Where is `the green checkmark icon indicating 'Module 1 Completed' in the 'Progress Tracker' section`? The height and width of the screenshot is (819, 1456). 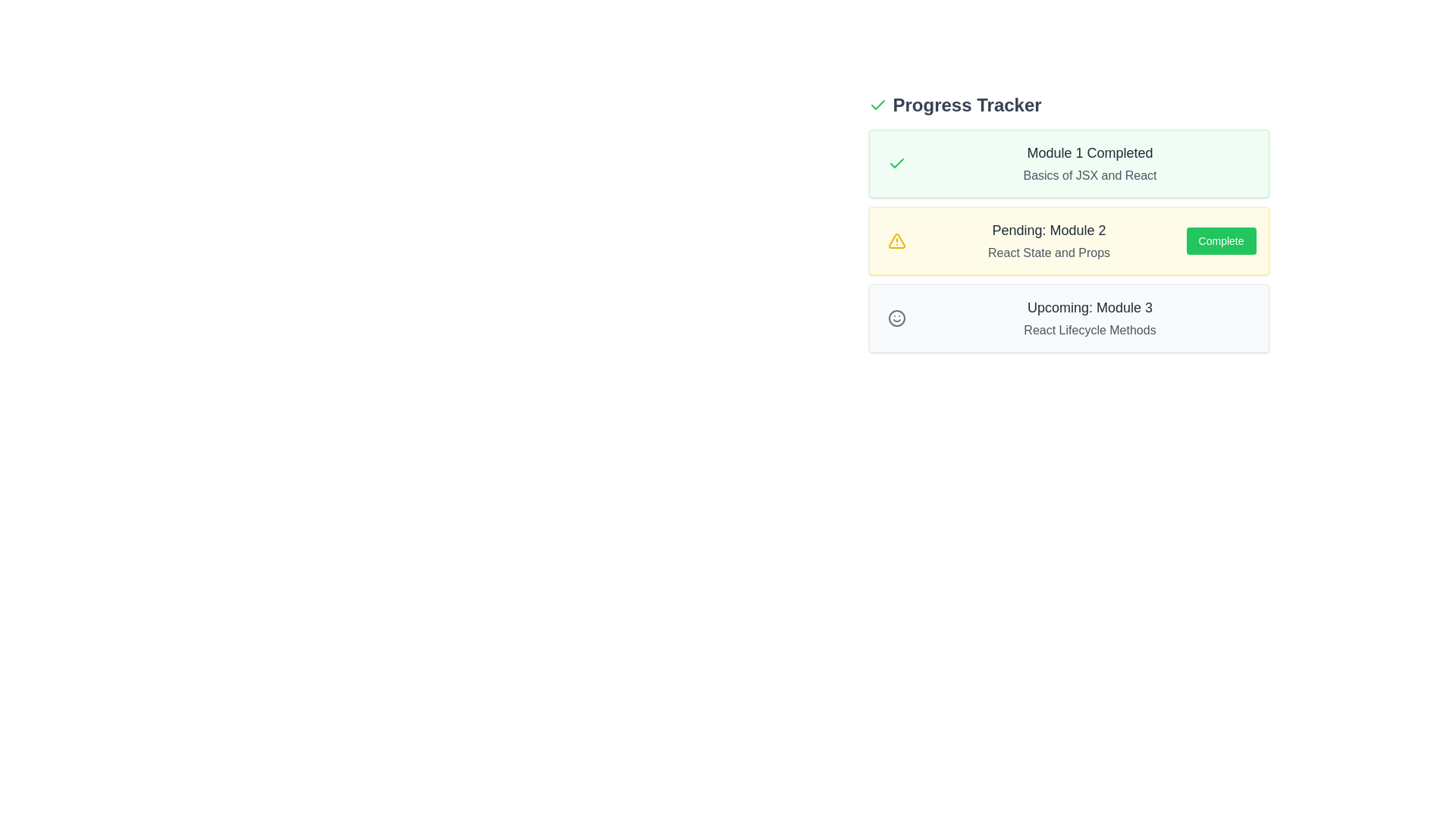 the green checkmark icon indicating 'Module 1 Completed' in the 'Progress Tracker' section is located at coordinates (896, 164).